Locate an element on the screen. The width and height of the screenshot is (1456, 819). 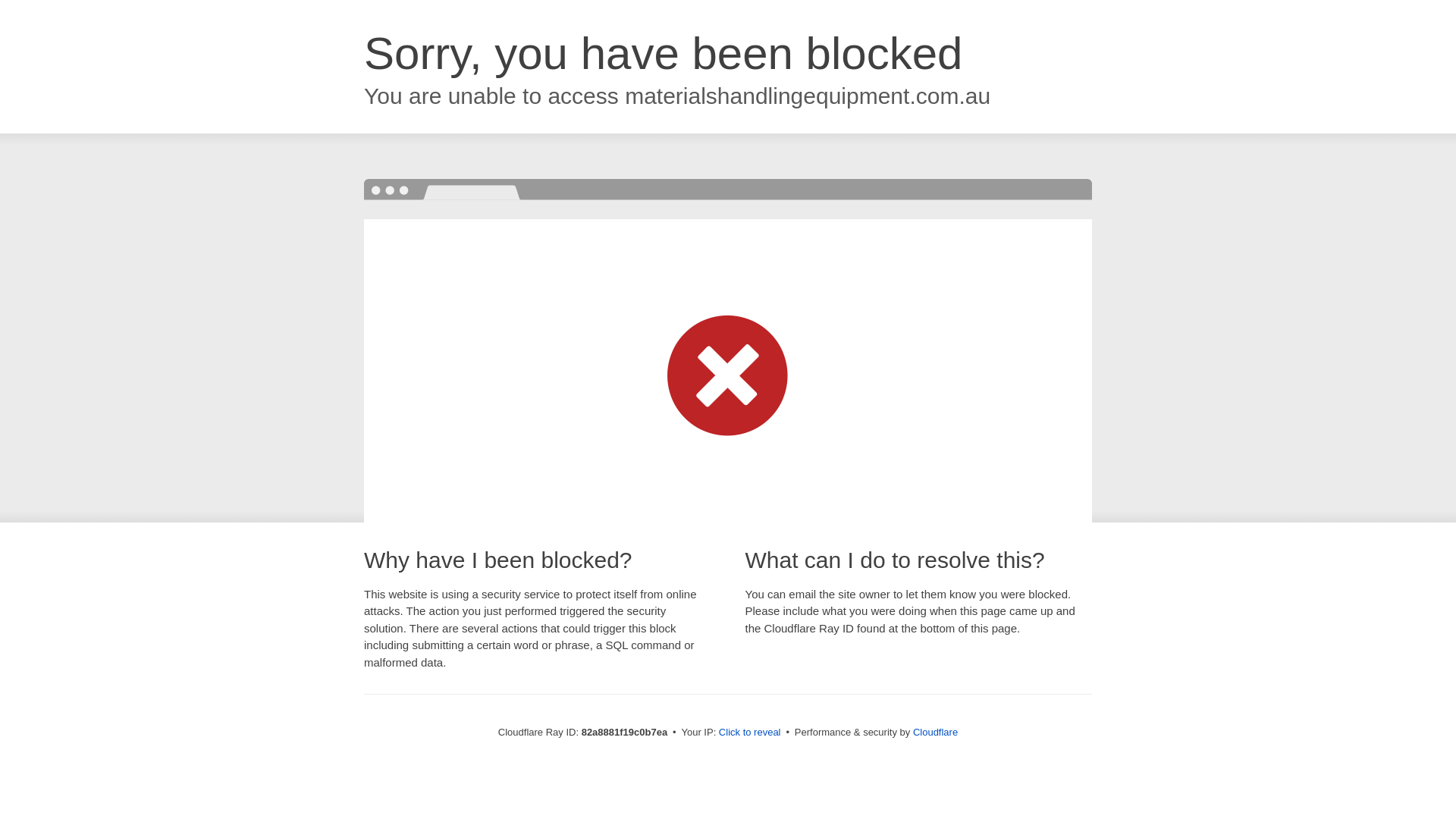
'Click to reveal' is located at coordinates (718, 731).